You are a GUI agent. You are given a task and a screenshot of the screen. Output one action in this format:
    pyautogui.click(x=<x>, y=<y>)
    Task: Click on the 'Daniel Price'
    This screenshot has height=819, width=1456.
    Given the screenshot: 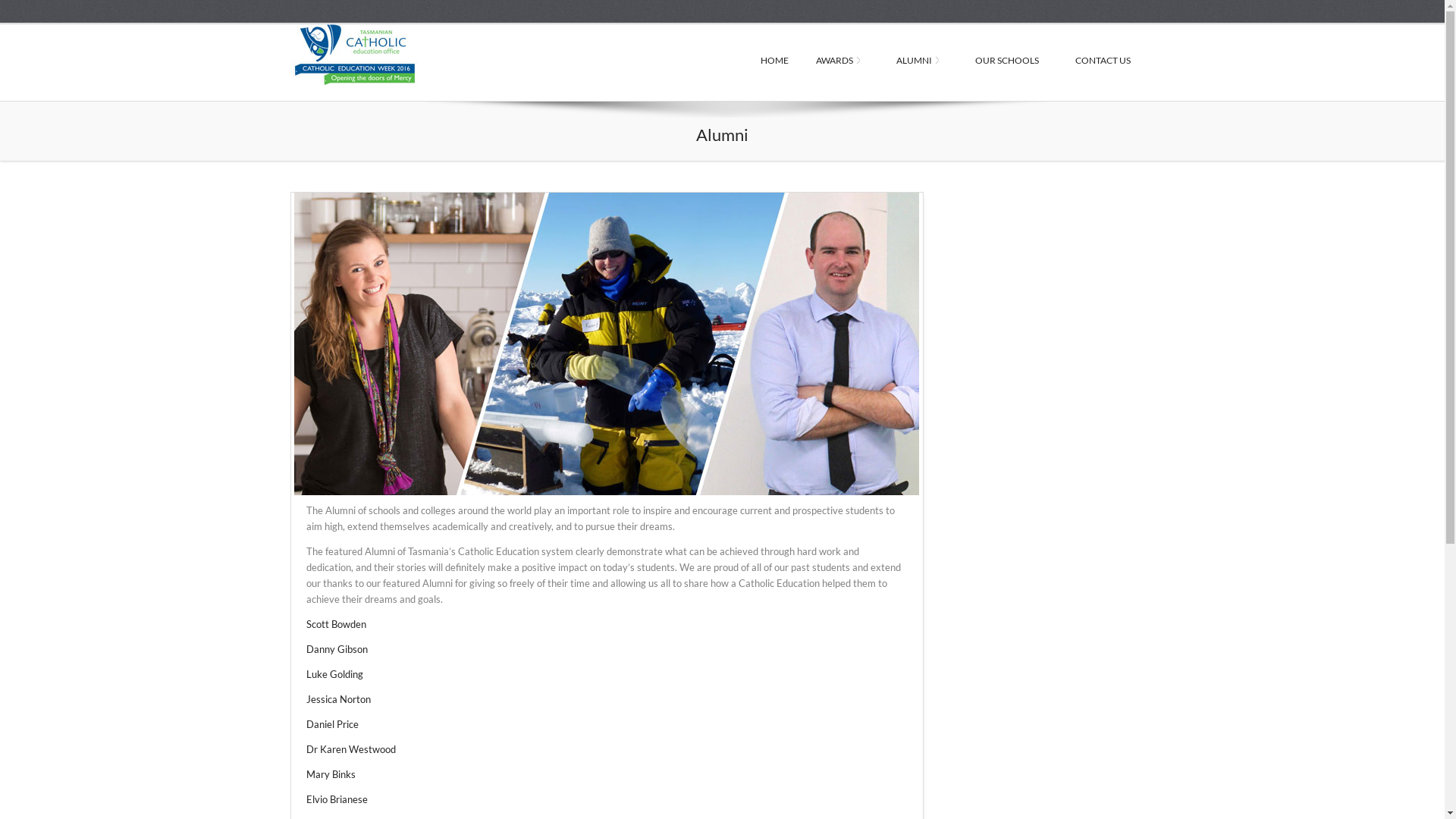 What is the action you would take?
    pyautogui.click(x=331, y=723)
    